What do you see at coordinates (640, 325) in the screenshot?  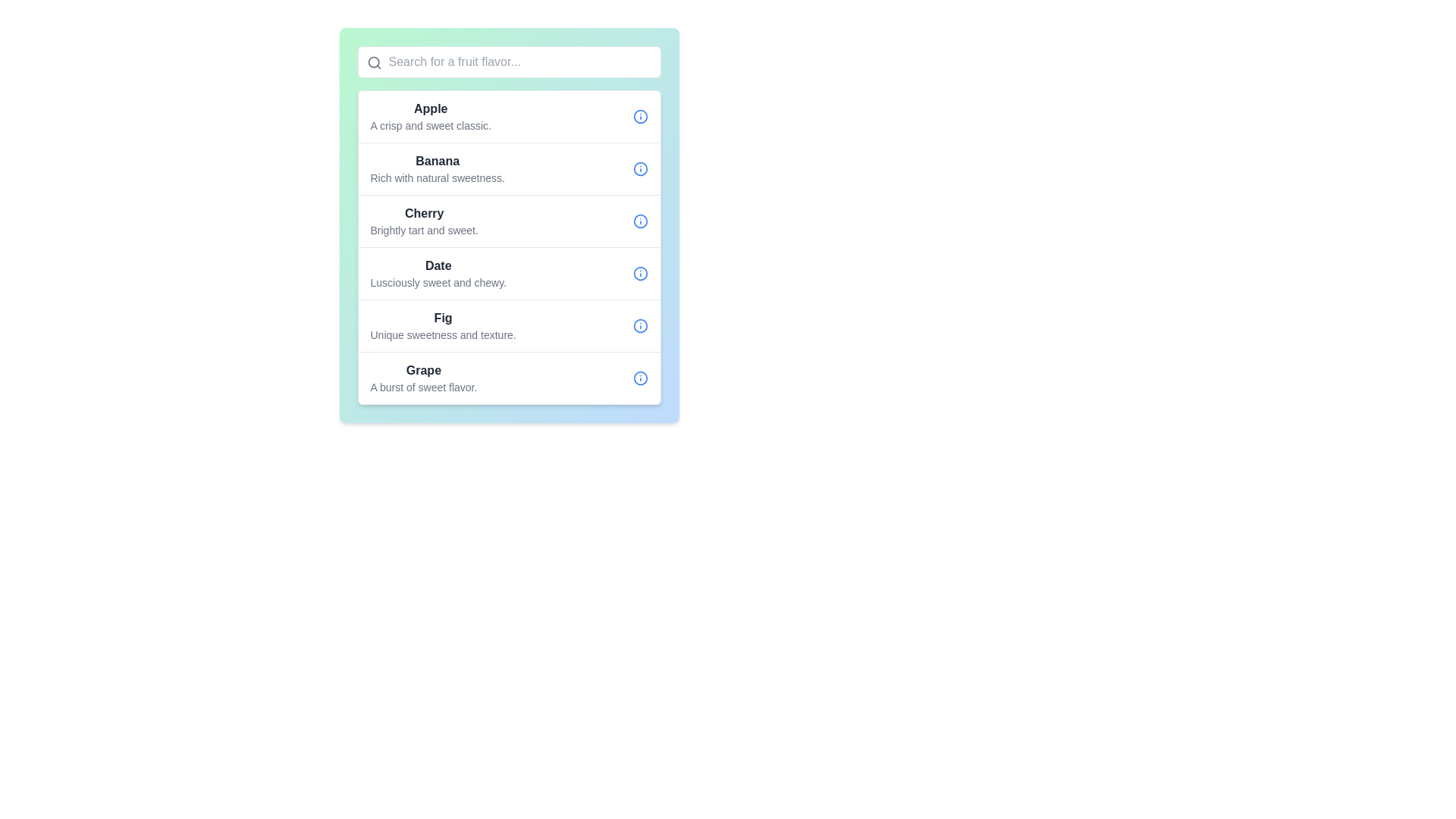 I see `the blue circular icon with a prominent outline and a smaller dot inside, located in the rightmost position of the row labeled 'Fig Unique sweetness and texture.'` at bounding box center [640, 325].